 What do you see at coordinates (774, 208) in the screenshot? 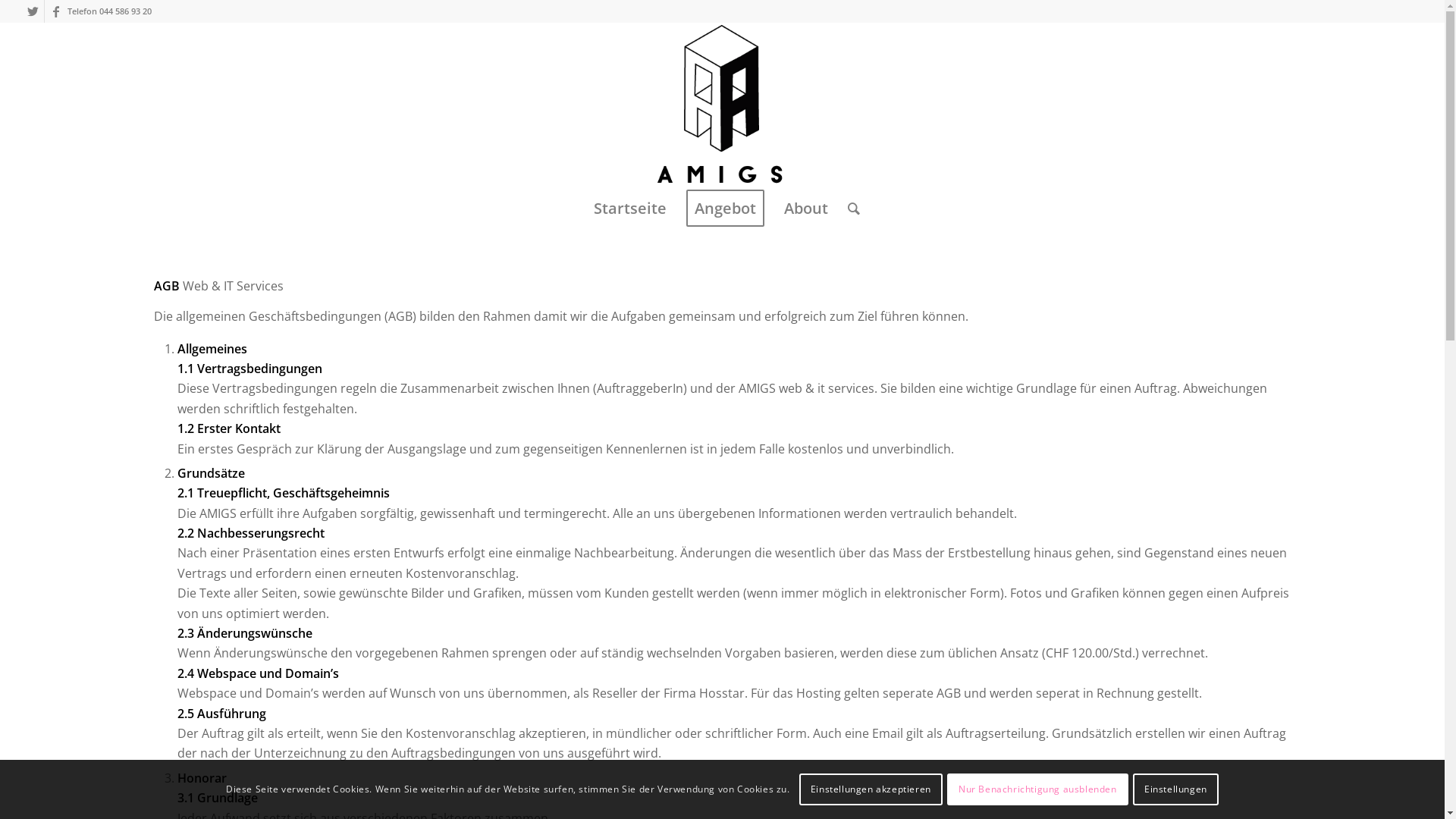
I see `'About'` at bounding box center [774, 208].